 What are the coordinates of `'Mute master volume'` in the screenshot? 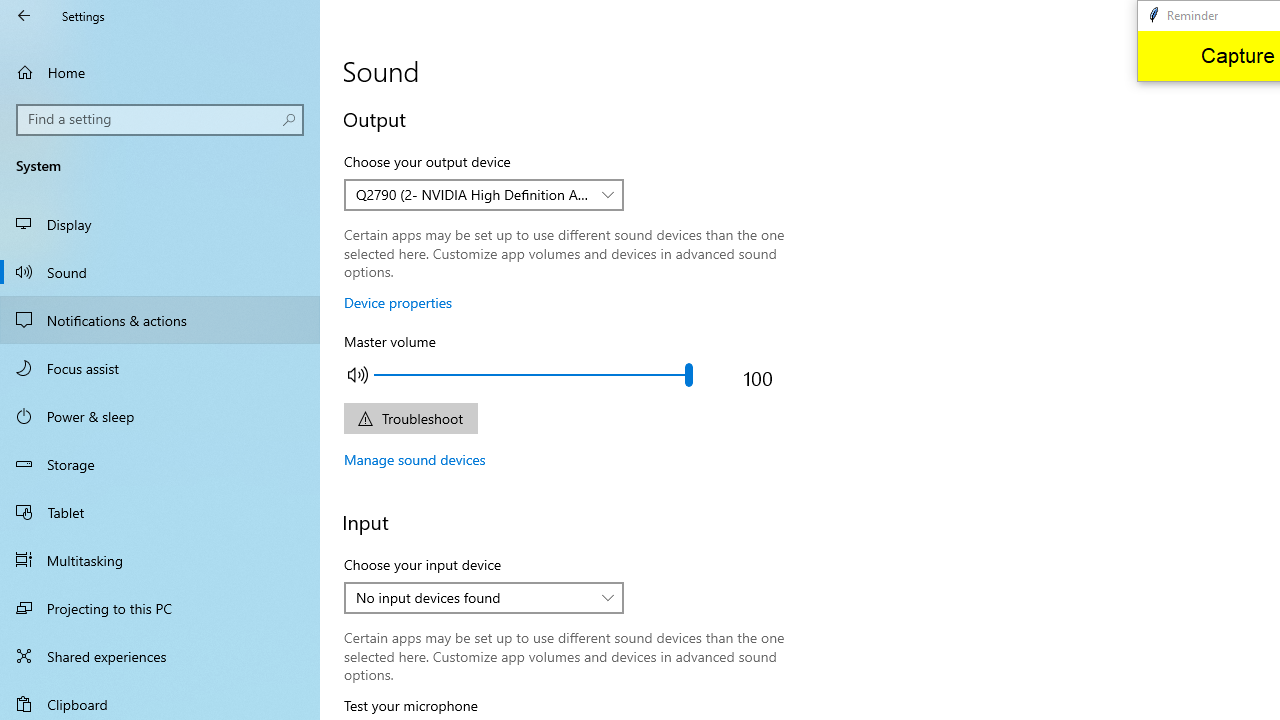 It's located at (358, 374).